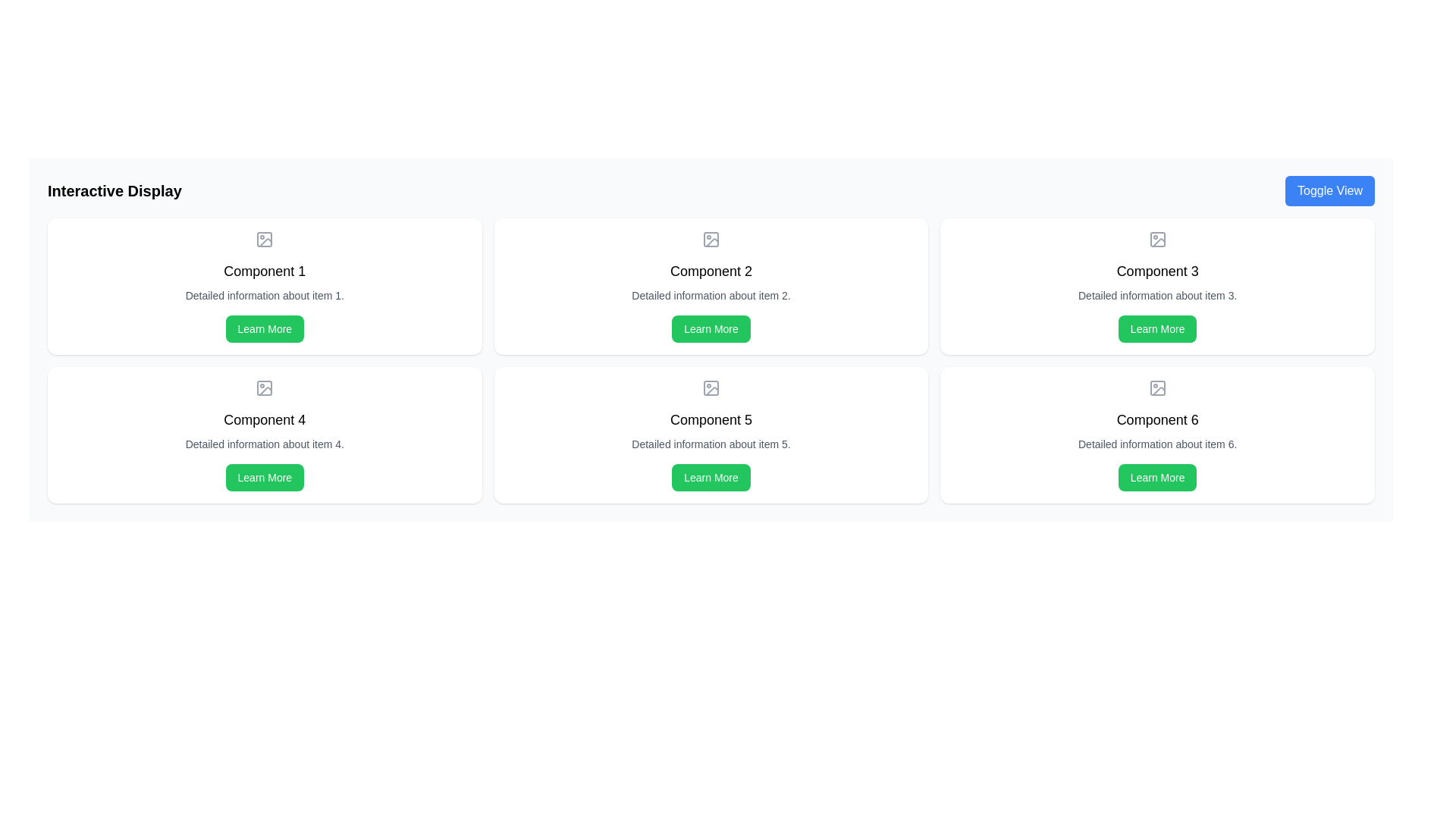 The height and width of the screenshot is (819, 1456). What do you see at coordinates (265, 435) in the screenshot?
I see `the Card UI component that provides information about 'Component 4' located in the second row, first column of the grid` at bounding box center [265, 435].